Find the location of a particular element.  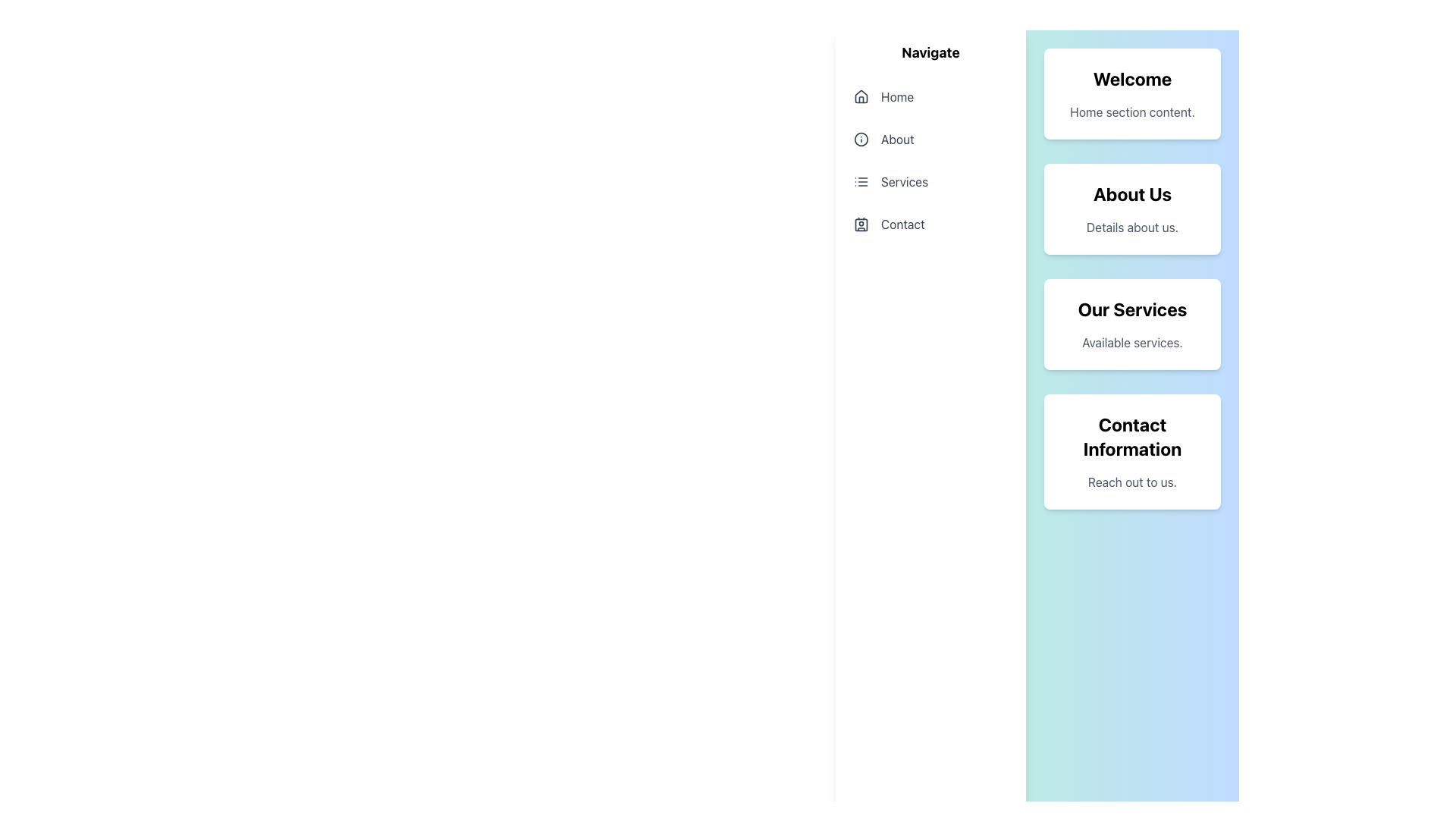

the Content card that provides information for the 'Services' section, located as the third card from the top among four cards in the main content panel is located at coordinates (1132, 324).